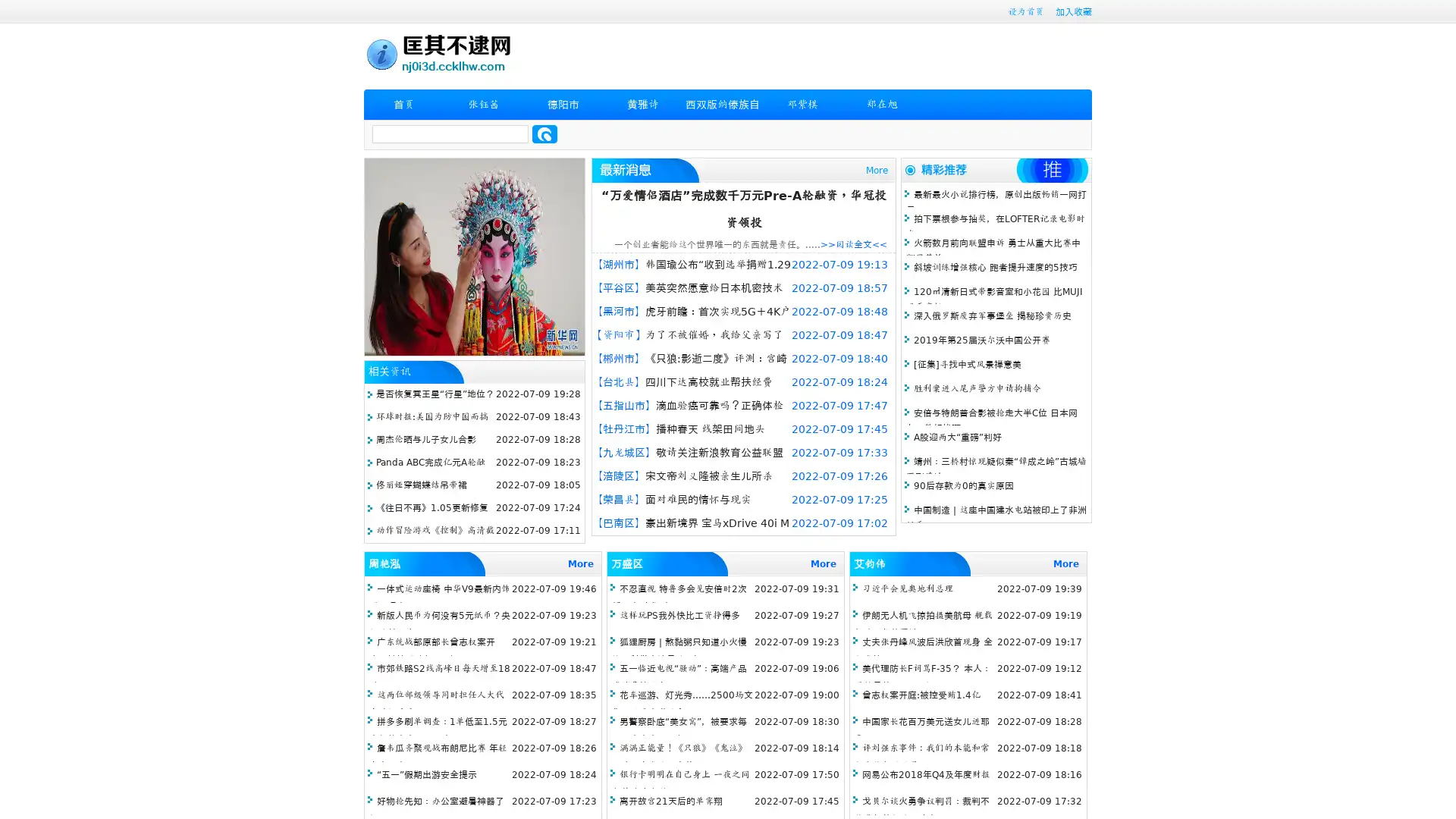 This screenshot has width=1456, height=819. What do you see at coordinates (544, 133) in the screenshot?
I see `Search` at bounding box center [544, 133].